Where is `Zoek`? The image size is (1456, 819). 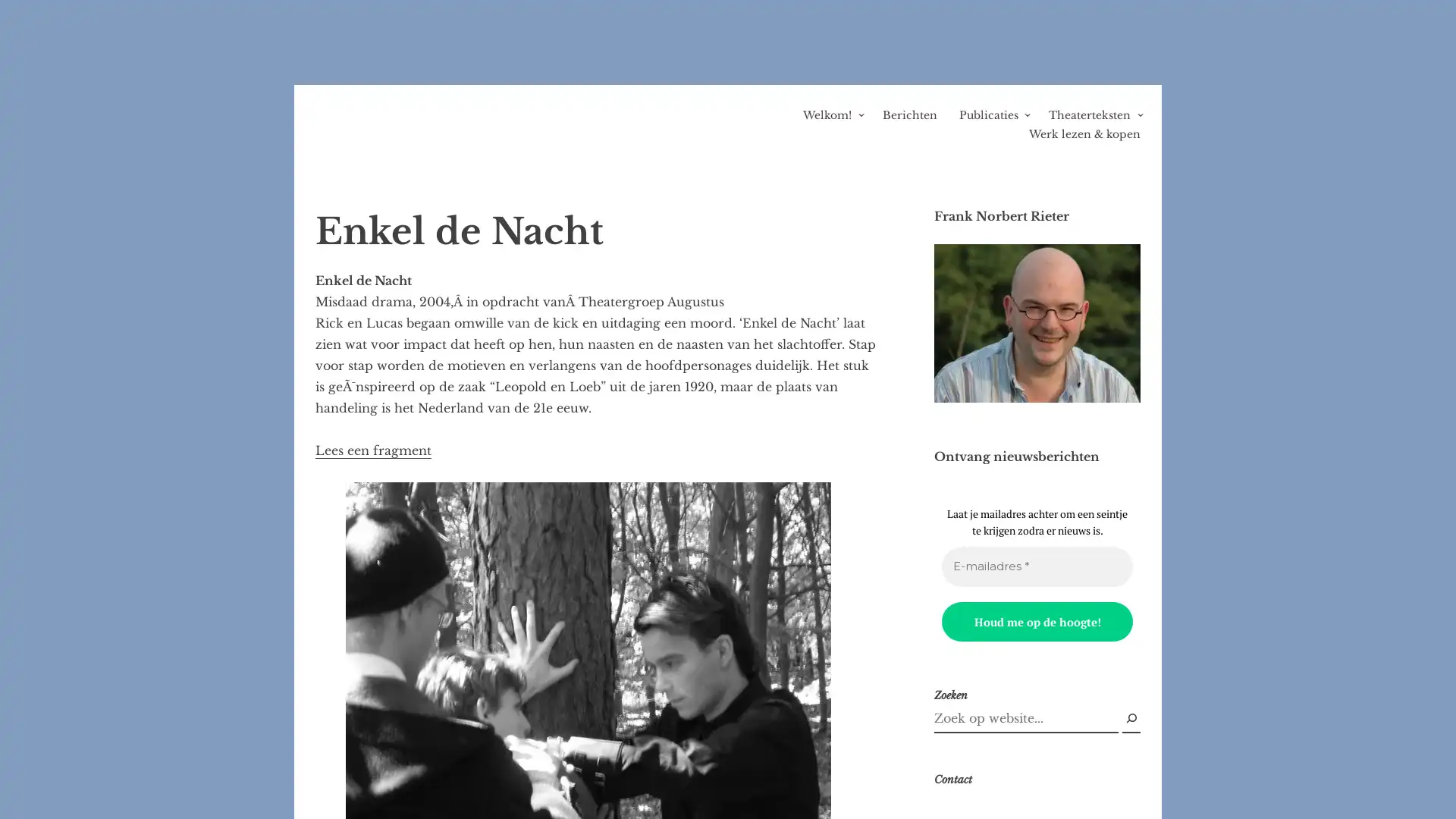
Zoek is located at coordinates (1131, 717).